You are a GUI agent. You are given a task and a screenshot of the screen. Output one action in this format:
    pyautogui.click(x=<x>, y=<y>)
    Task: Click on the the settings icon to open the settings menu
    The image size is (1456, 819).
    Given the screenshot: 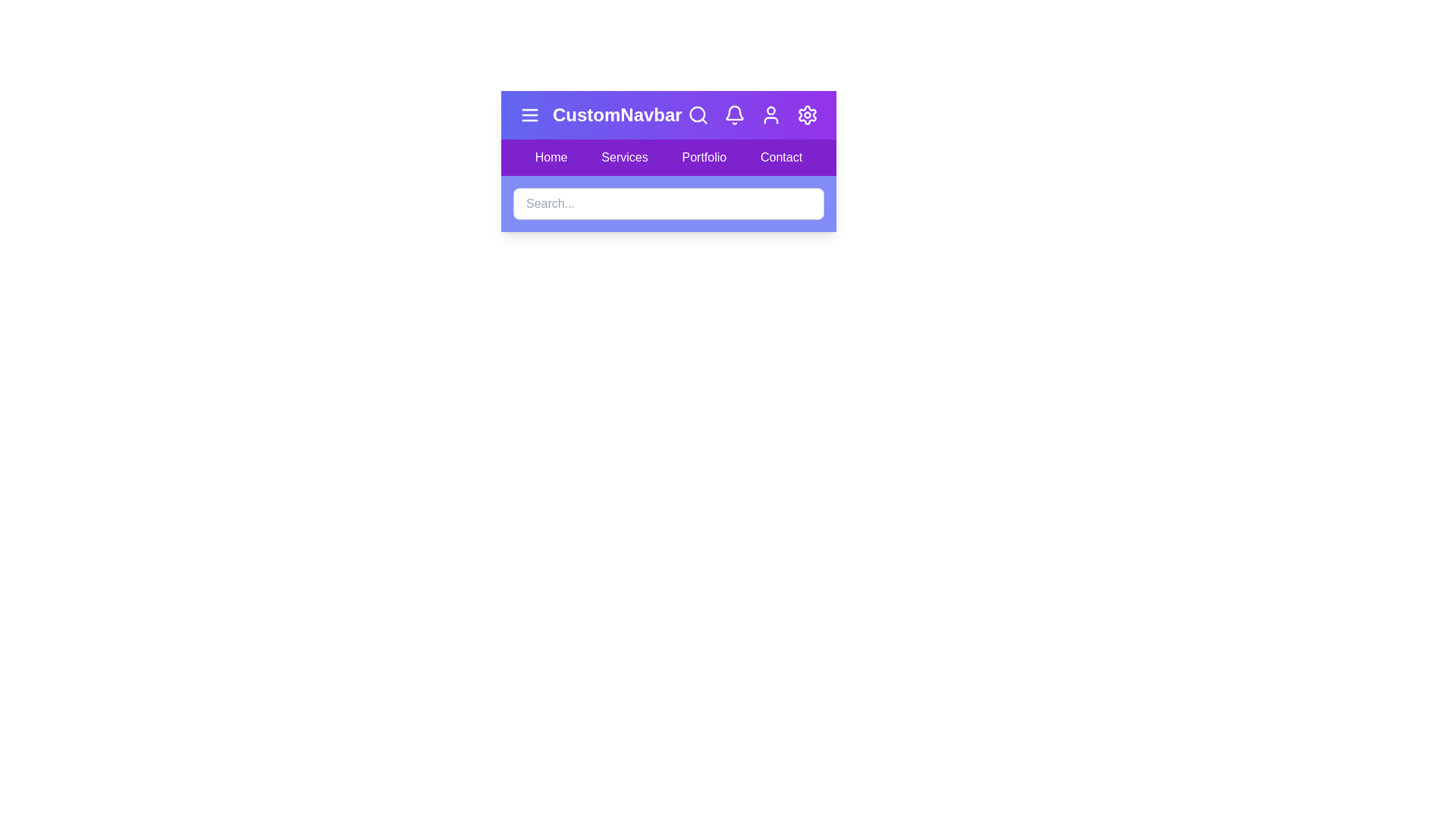 What is the action you would take?
    pyautogui.click(x=807, y=114)
    